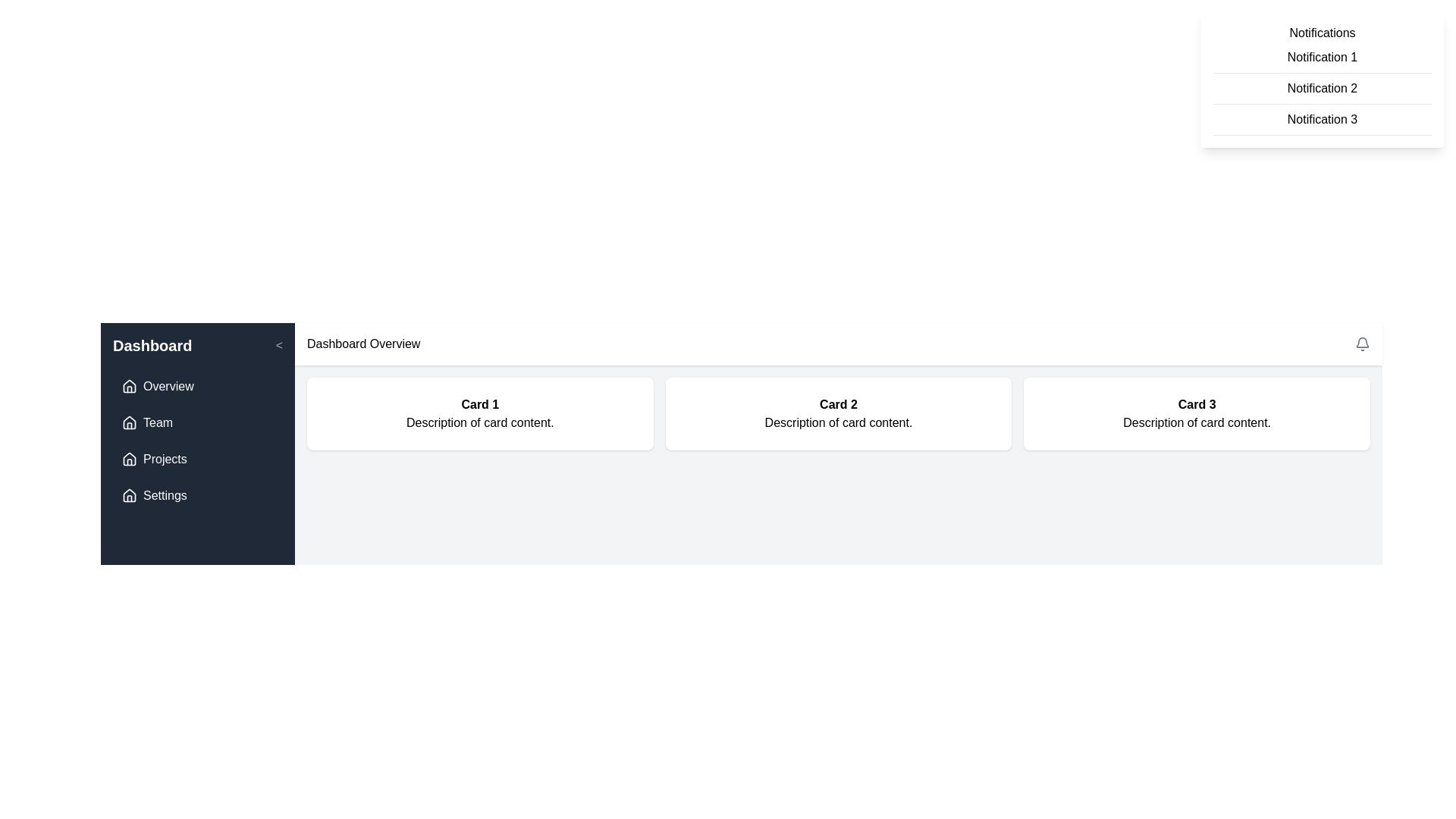 This screenshot has height=819, width=1456. Describe the element at coordinates (152, 345) in the screenshot. I see `the 'Dashboard' static text label, which is styled with a bold, large font in white color against a dark background, located in the upper-left corner of the sidebar` at that location.